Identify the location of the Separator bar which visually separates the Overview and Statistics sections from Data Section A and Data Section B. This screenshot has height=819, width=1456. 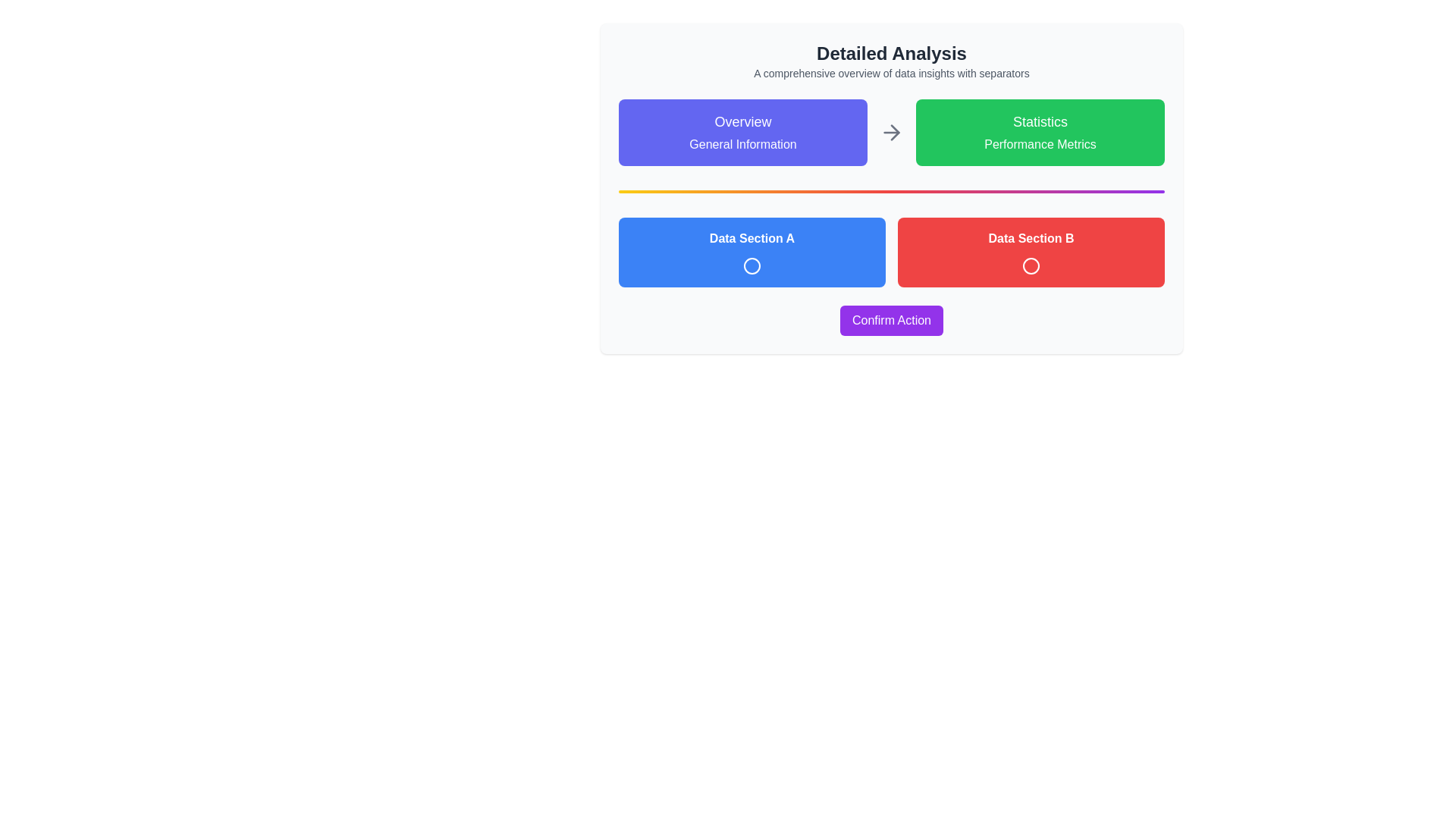
(892, 191).